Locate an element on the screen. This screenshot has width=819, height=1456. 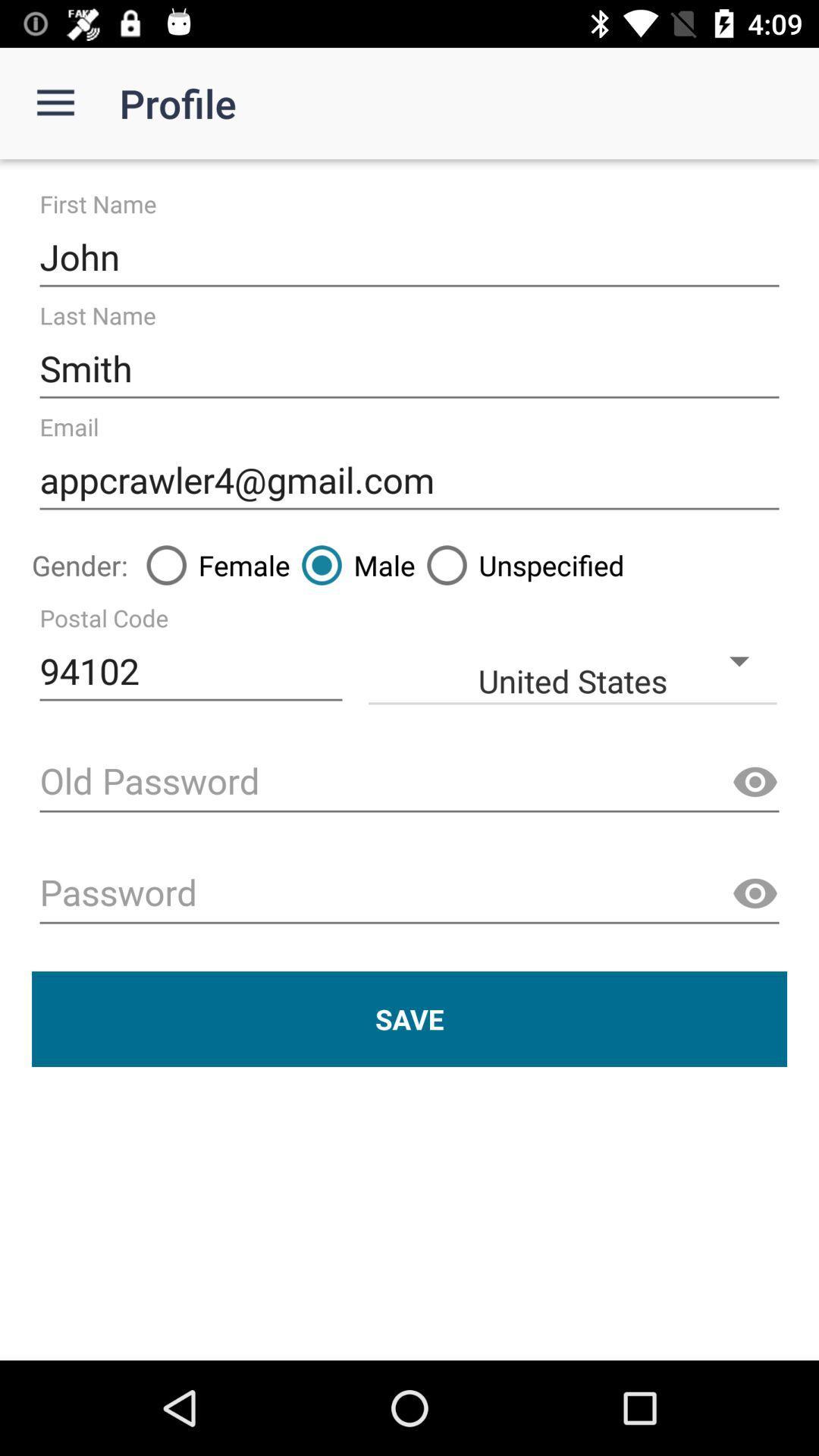
old password is located at coordinates (409, 783).